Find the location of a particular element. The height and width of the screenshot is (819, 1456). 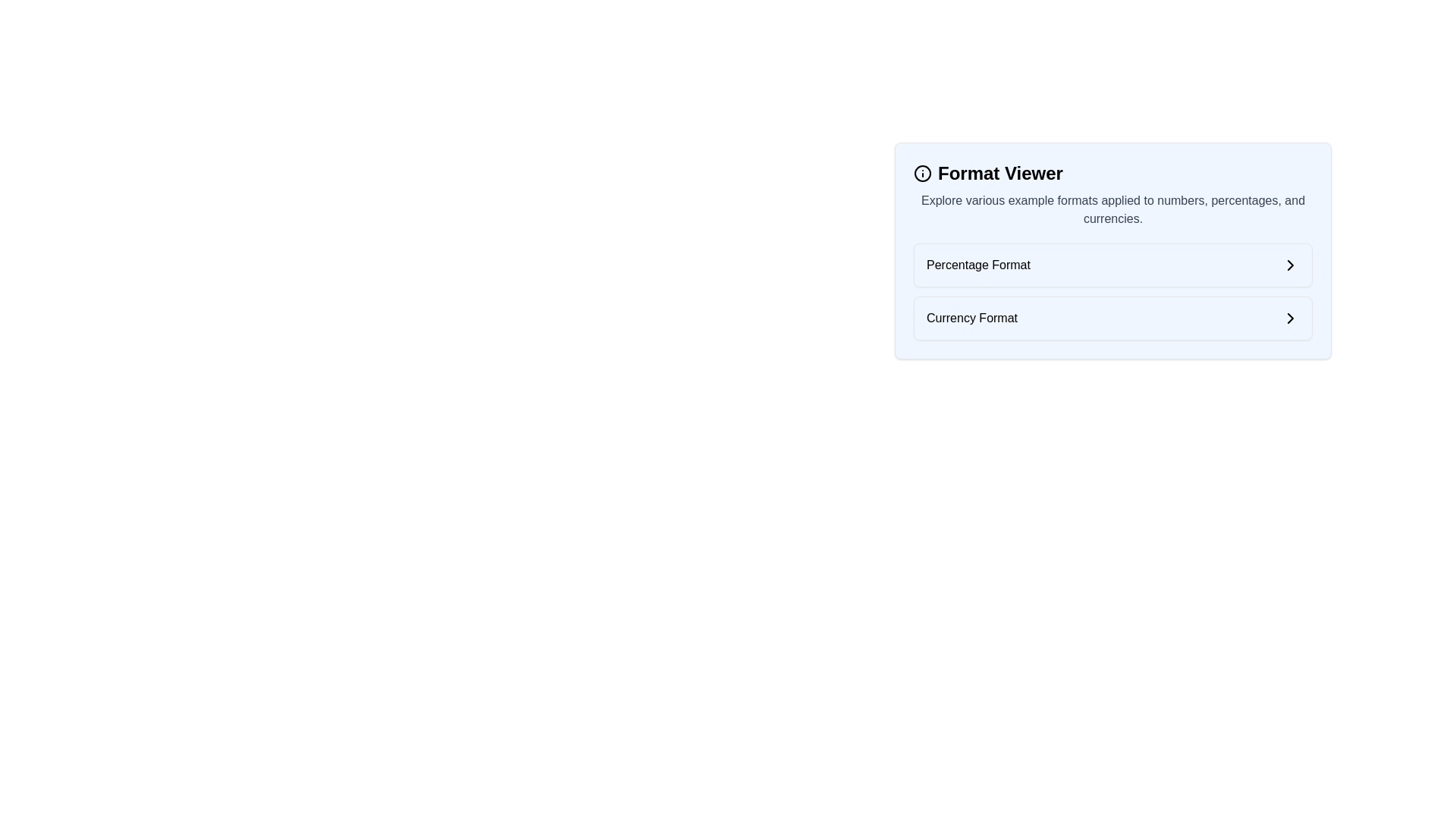

the chevron icon located on the right side of the 'Currency Format' row is located at coordinates (1290, 318).